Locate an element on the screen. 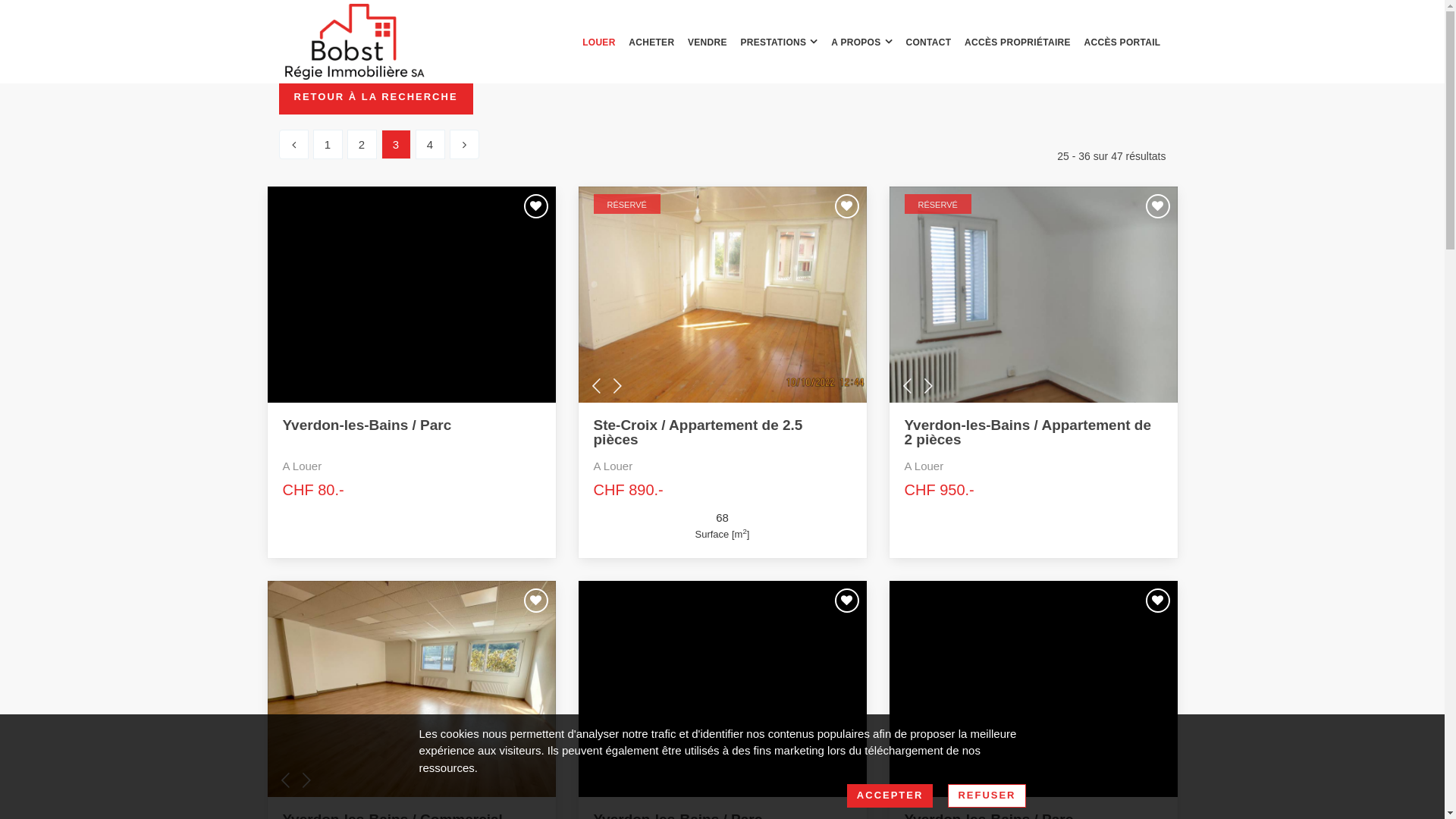 The height and width of the screenshot is (819, 1456). '1' is located at coordinates (326, 144).